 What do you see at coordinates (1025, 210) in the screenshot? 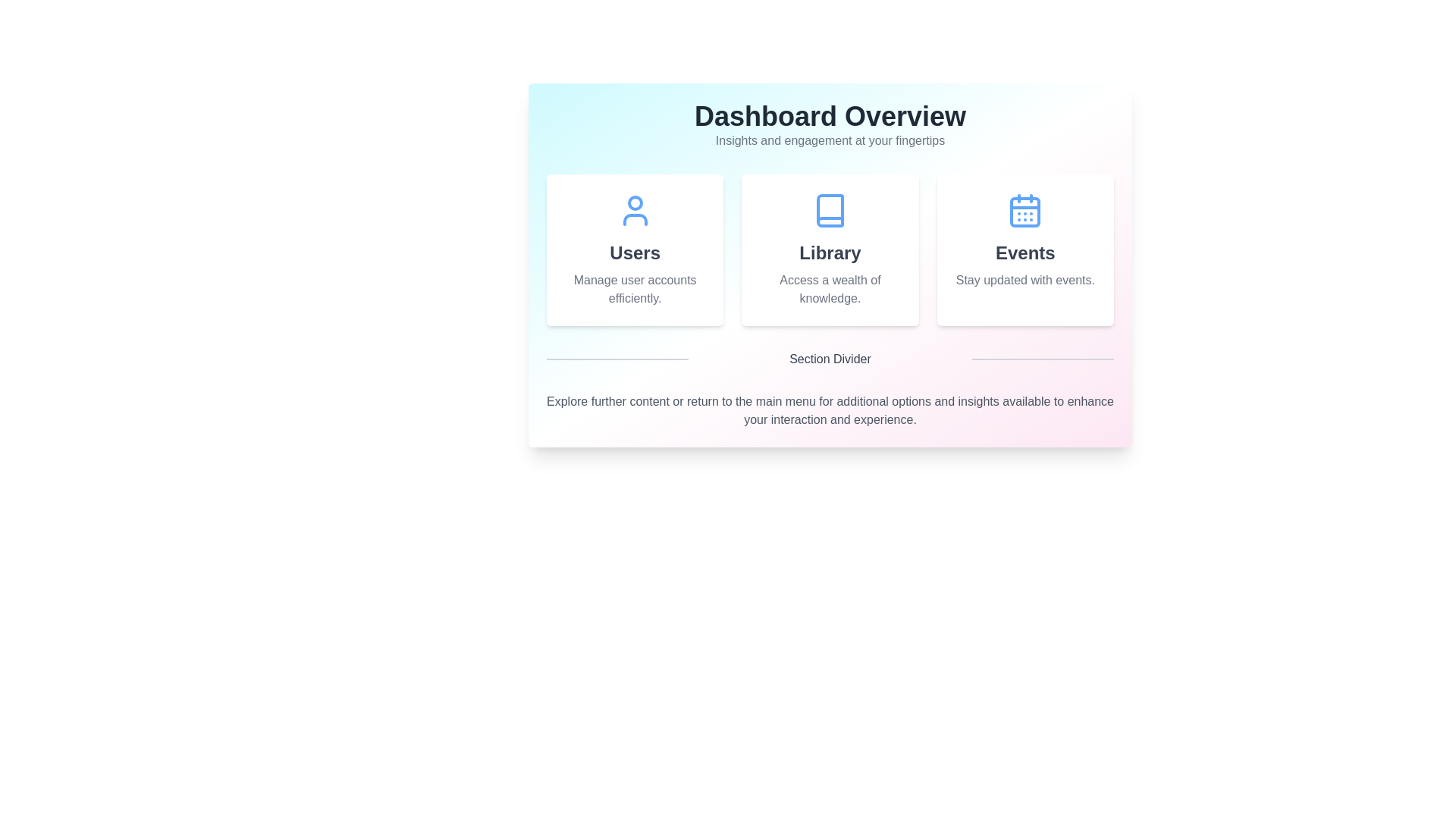
I see `the blue calendar icon in the 'Events' section` at bounding box center [1025, 210].